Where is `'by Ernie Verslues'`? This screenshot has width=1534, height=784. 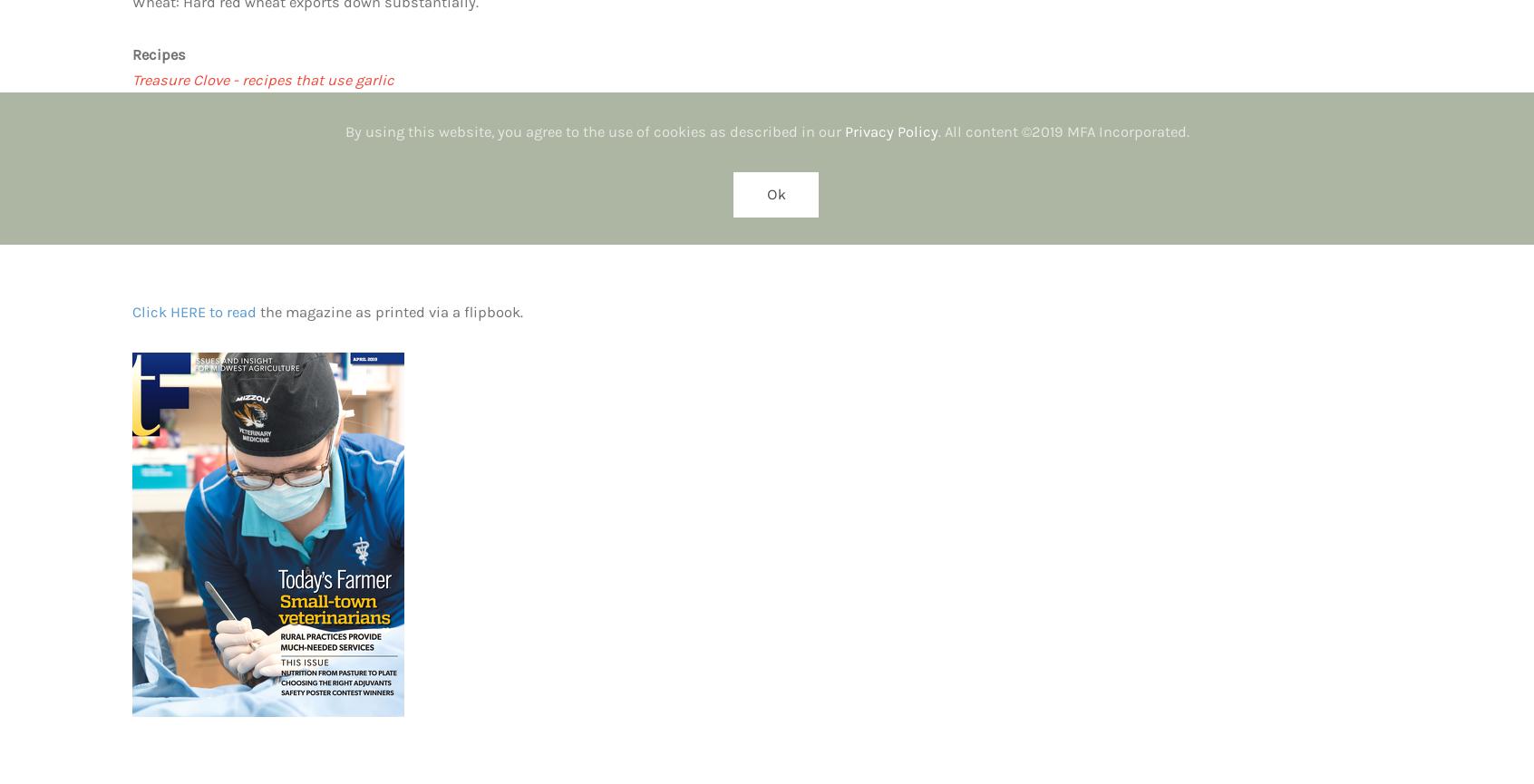 'by Ernie Verslues' is located at coordinates (189, 233).